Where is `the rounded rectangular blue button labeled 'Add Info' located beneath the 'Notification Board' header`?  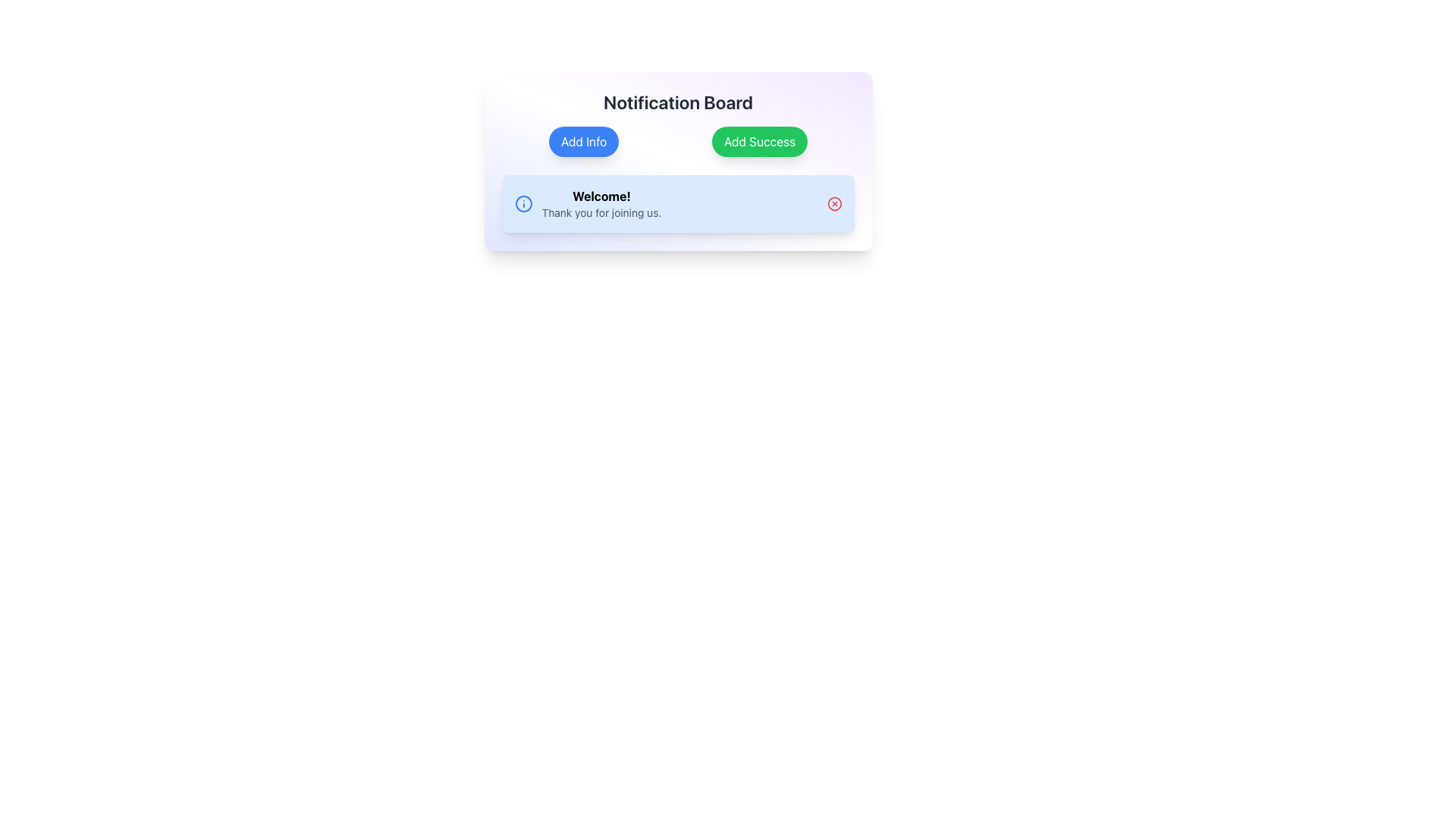 the rounded rectangular blue button labeled 'Add Info' located beneath the 'Notification Board' header is located at coordinates (583, 141).